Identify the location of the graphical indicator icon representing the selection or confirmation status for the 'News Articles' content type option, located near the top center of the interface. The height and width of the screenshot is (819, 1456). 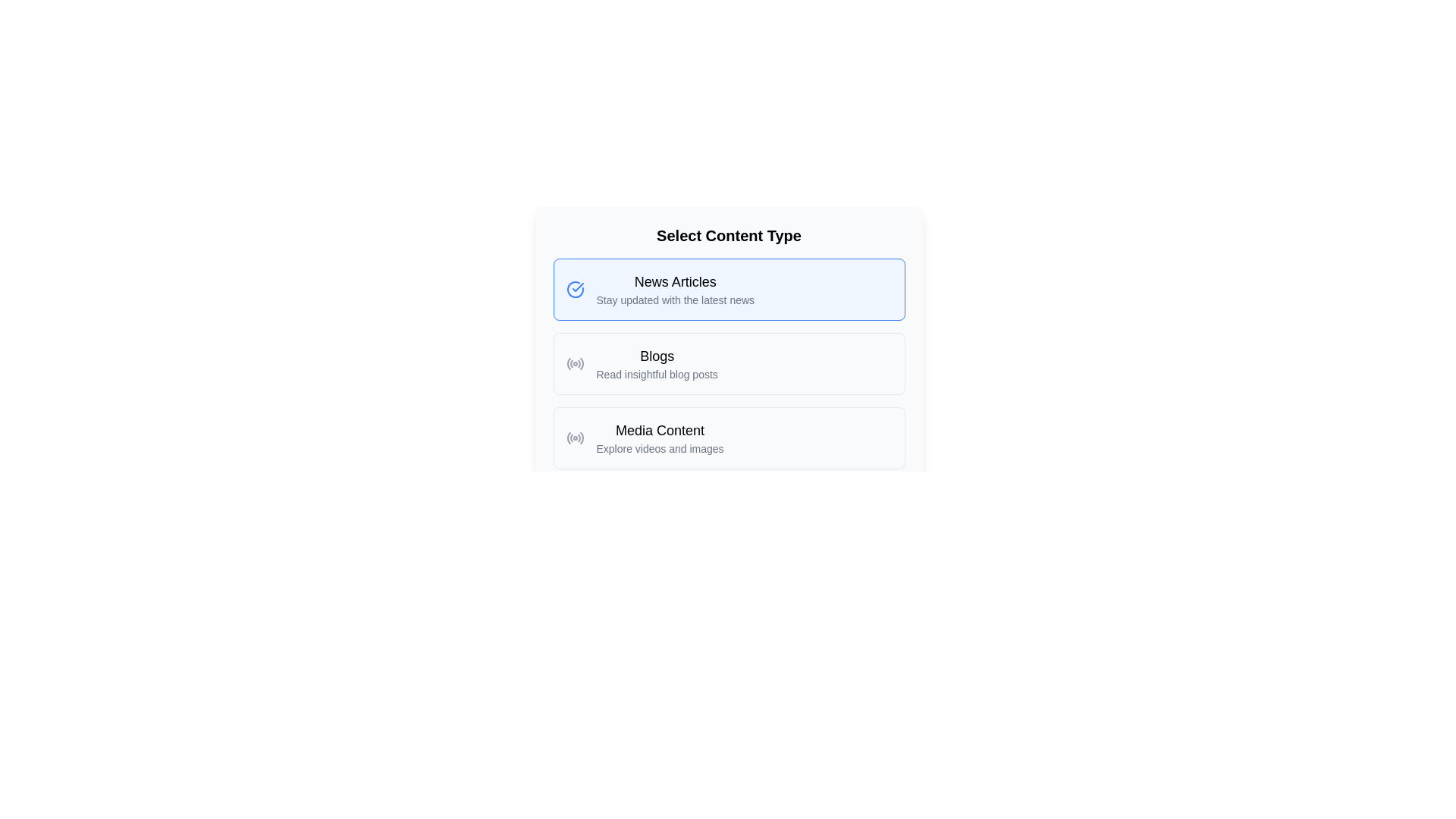
(577, 287).